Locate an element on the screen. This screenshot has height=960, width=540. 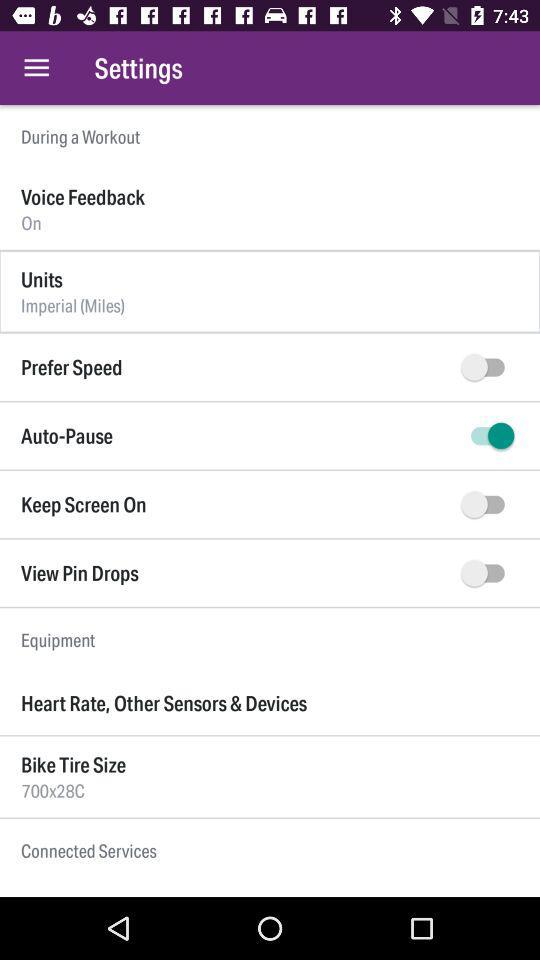
prefer speed option on is located at coordinates (486, 366).